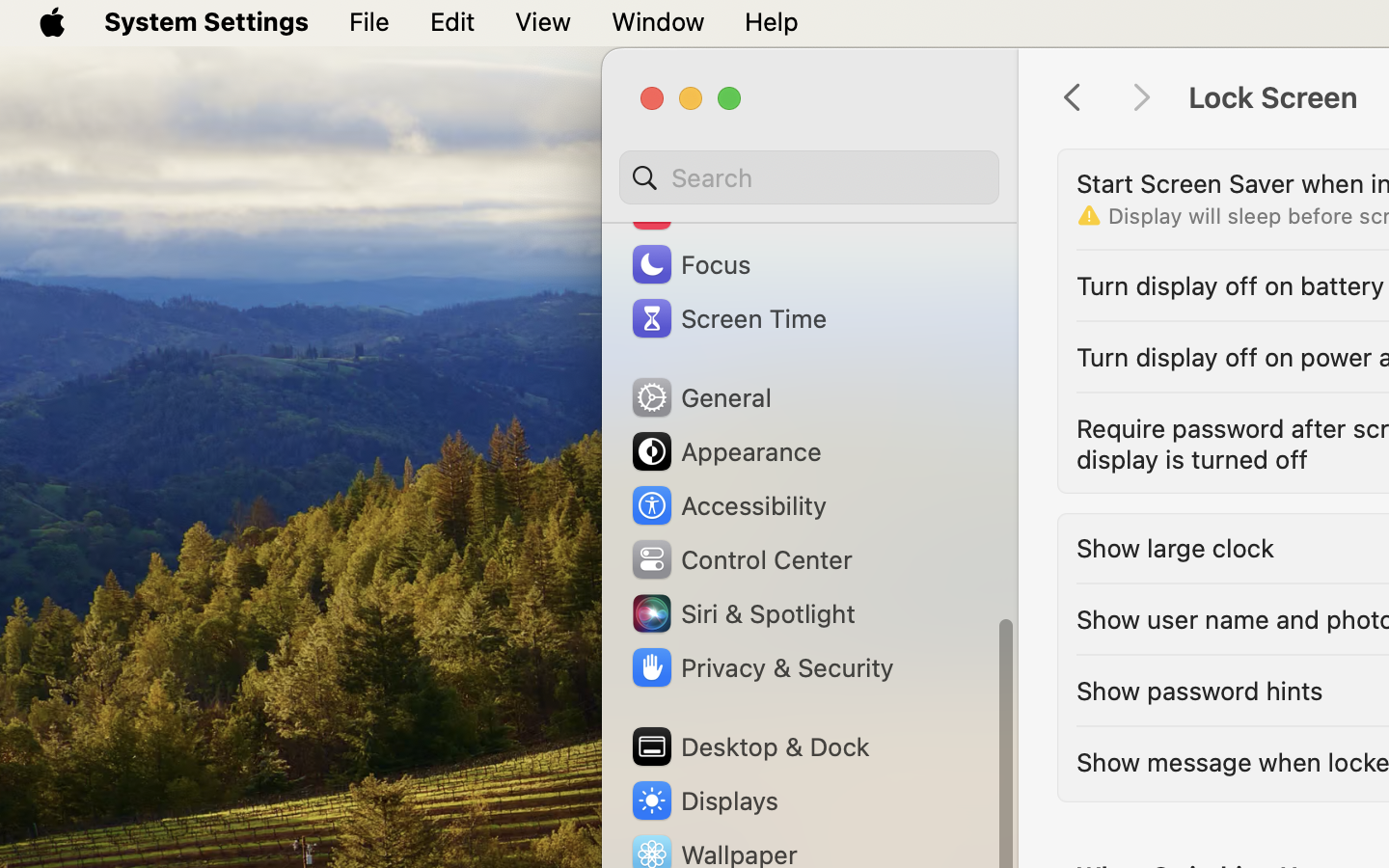  What do you see at coordinates (749, 746) in the screenshot?
I see `'Desktop & Dock'` at bounding box center [749, 746].